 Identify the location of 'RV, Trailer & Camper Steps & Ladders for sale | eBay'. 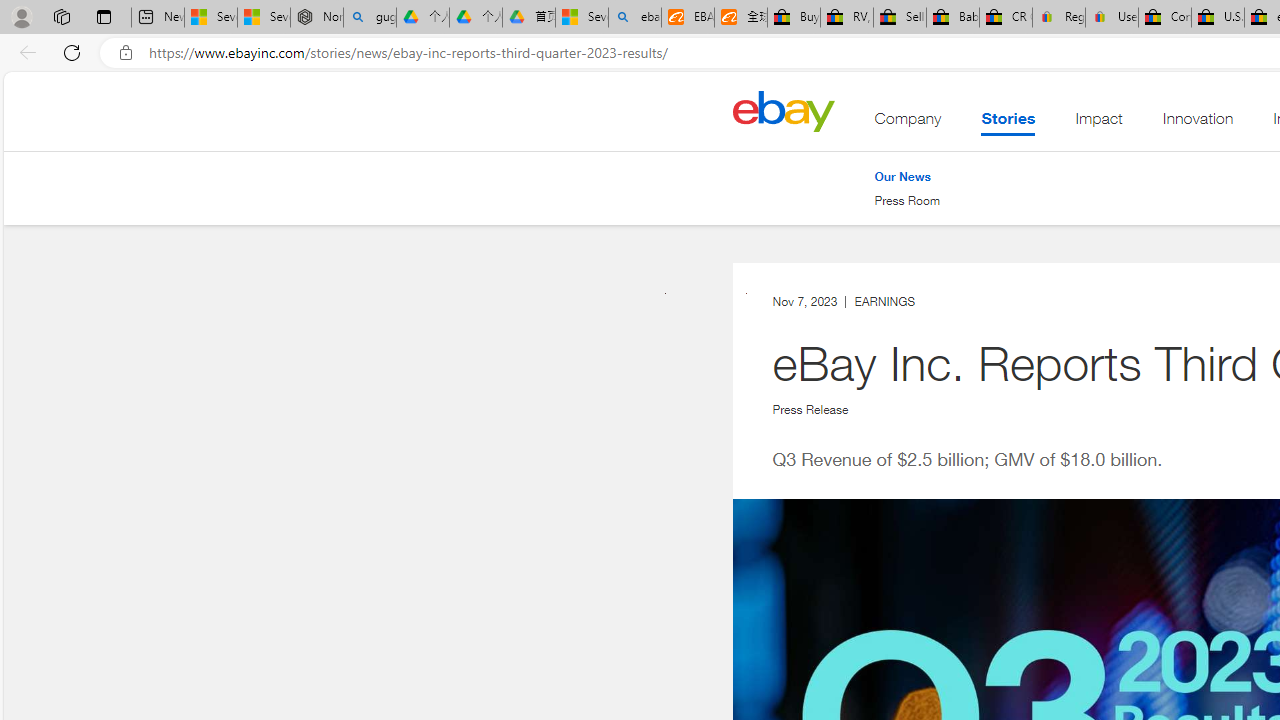
(846, 17).